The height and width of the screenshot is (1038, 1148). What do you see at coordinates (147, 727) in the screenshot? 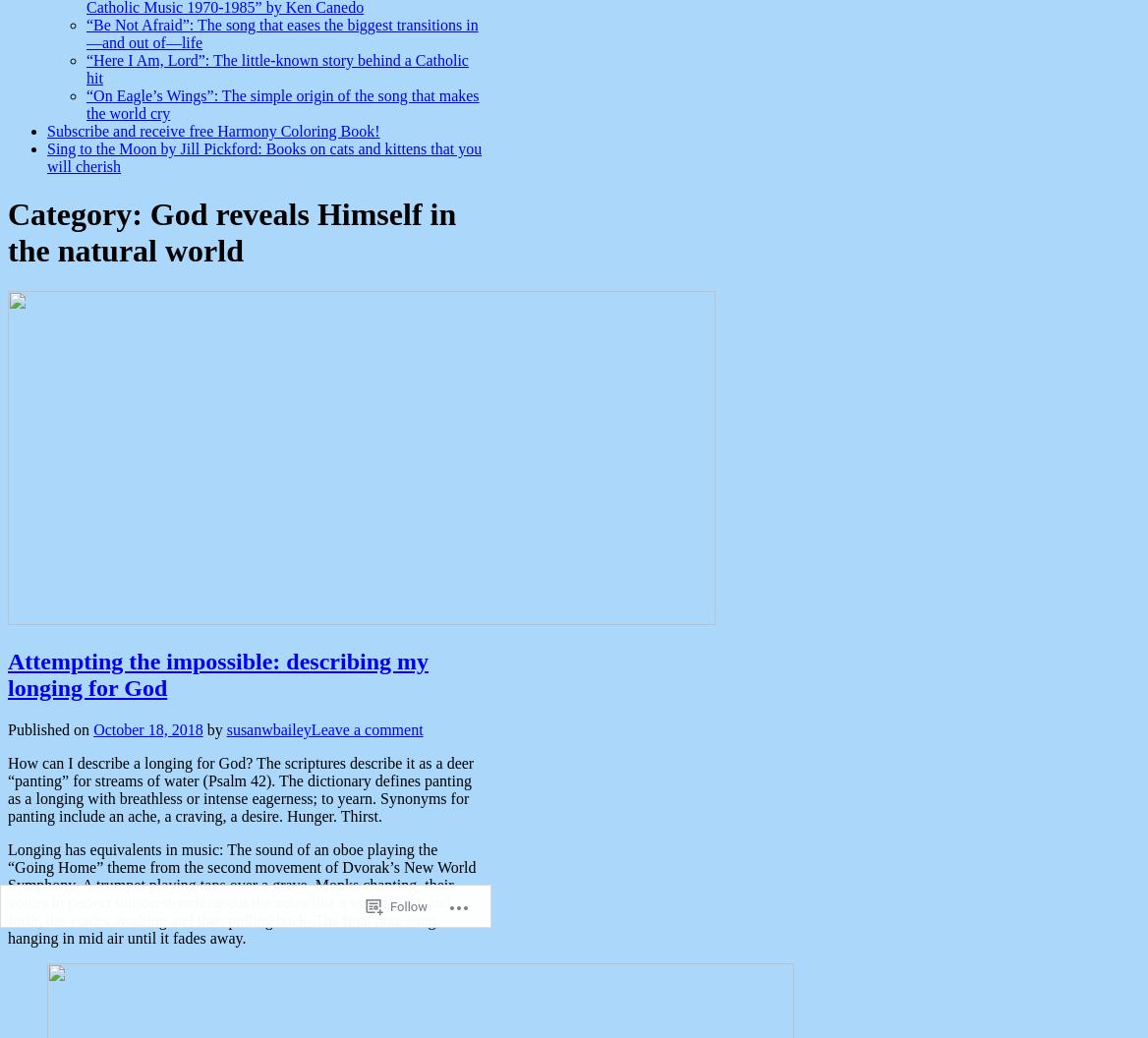
I see `'October 18, 2018'` at bounding box center [147, 727].